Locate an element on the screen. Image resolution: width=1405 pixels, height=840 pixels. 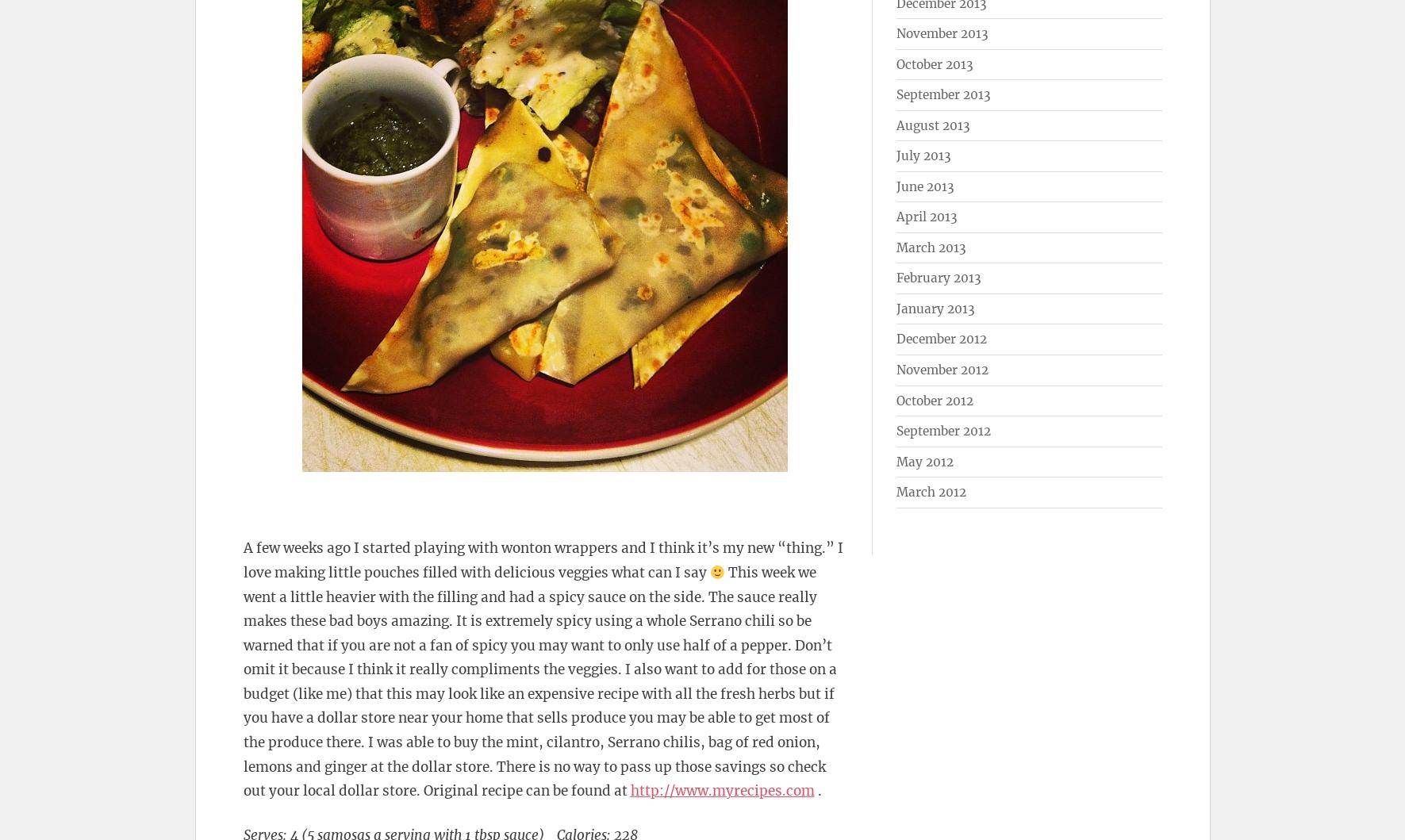
'August 2013' is located at coordinates (932, 124).